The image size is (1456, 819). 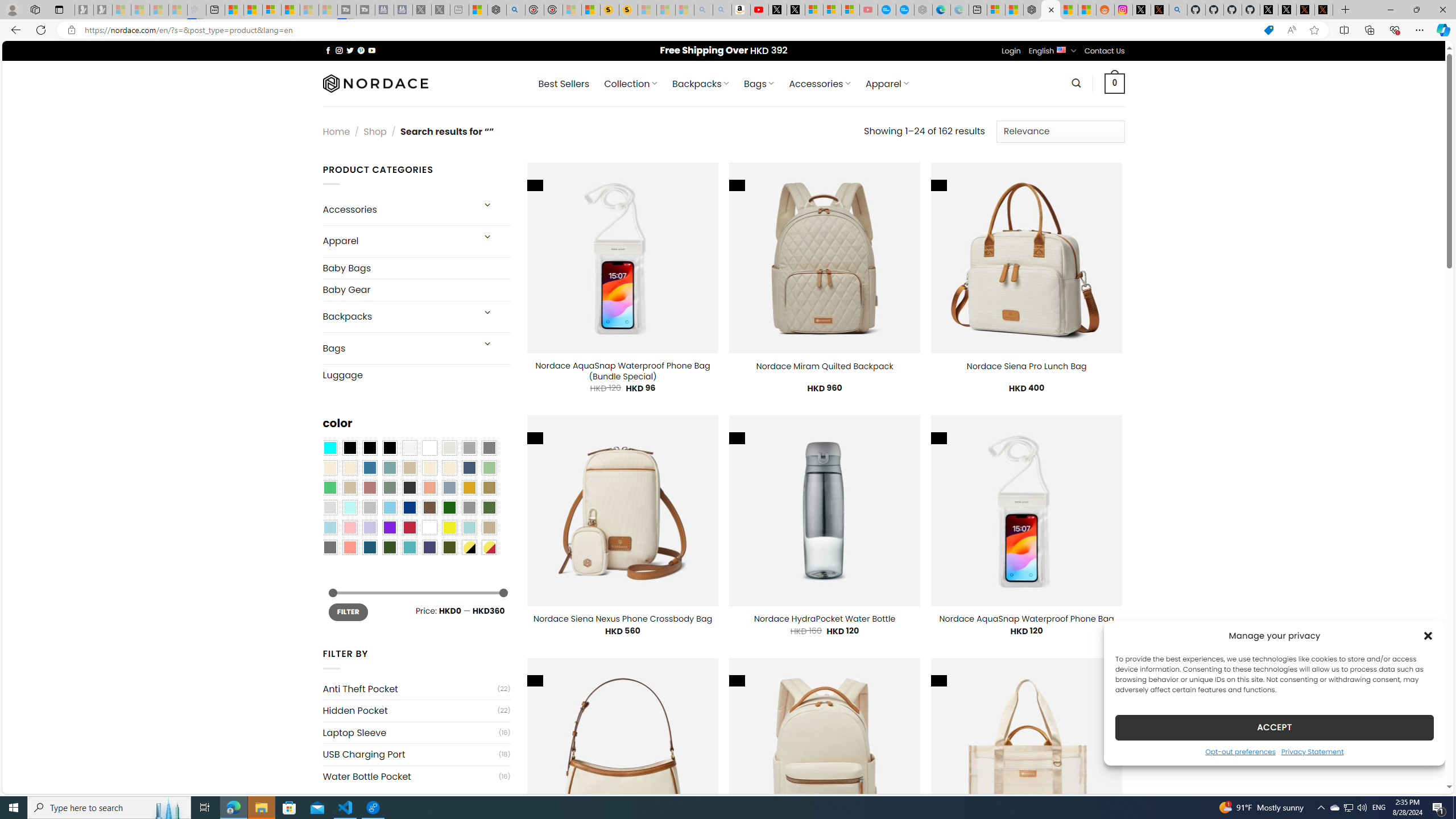 What do you see at coordinates (477, 9) in the screenshot?
I see `'Wildlife - MSN'` at bounding box center [477, 9].